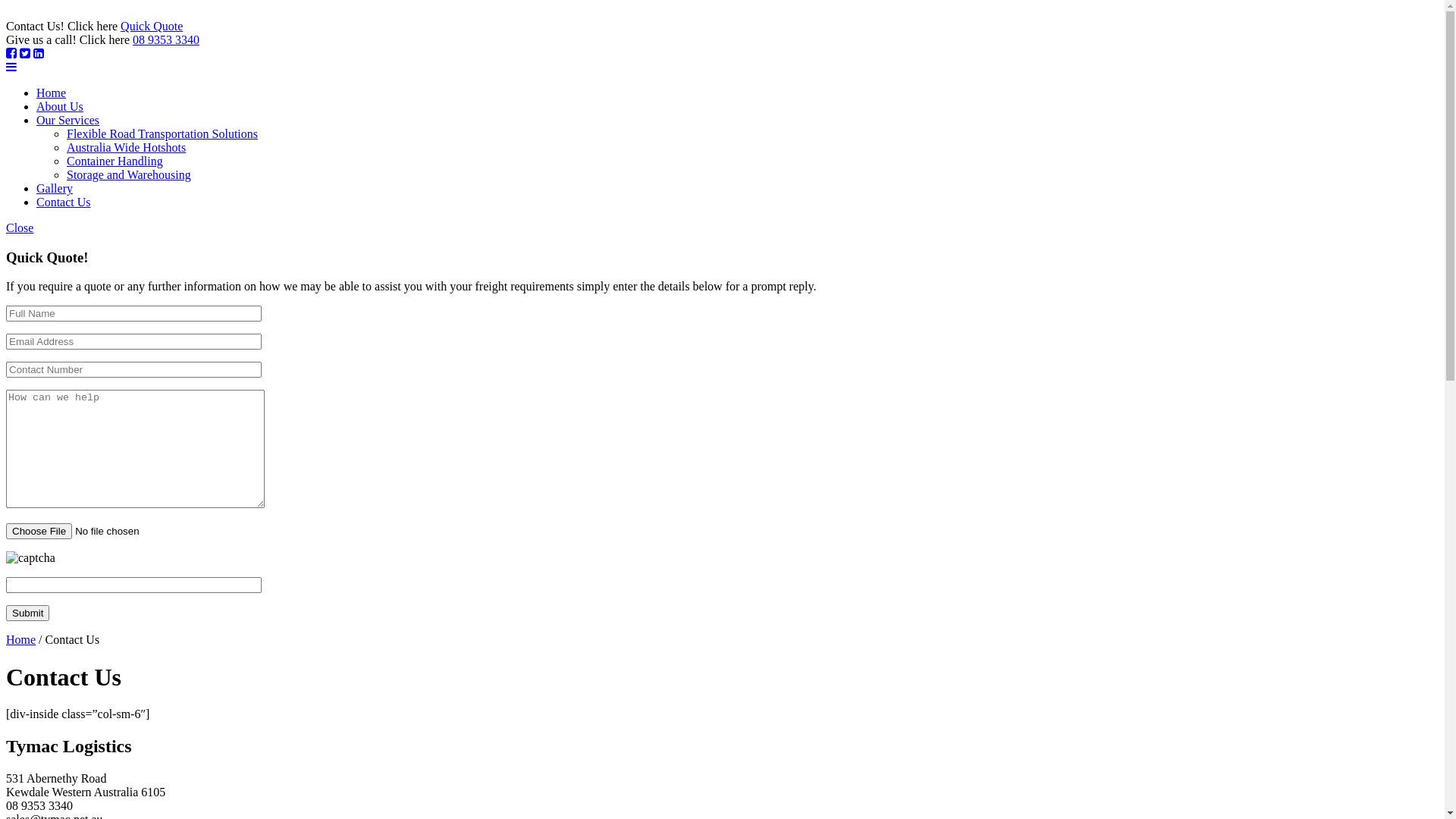 Image resolution: width=1456 pixels, height=819 pixels. What do you see at coordinates (114, 161) in the screenshot?
I see `'Container Handling'` at bounding box center [114, 161].